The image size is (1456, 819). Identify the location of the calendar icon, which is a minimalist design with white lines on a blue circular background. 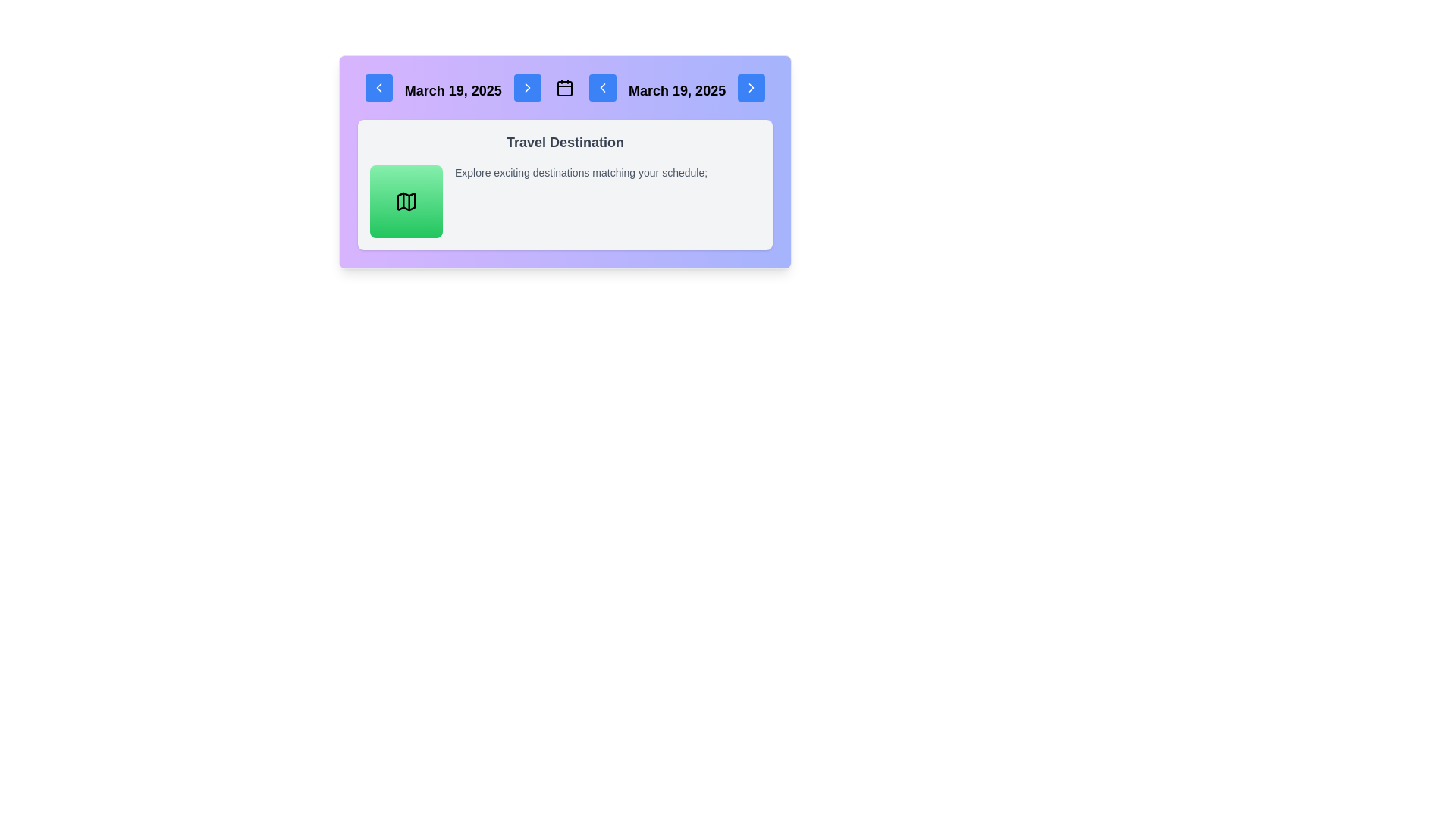
(564, 87).